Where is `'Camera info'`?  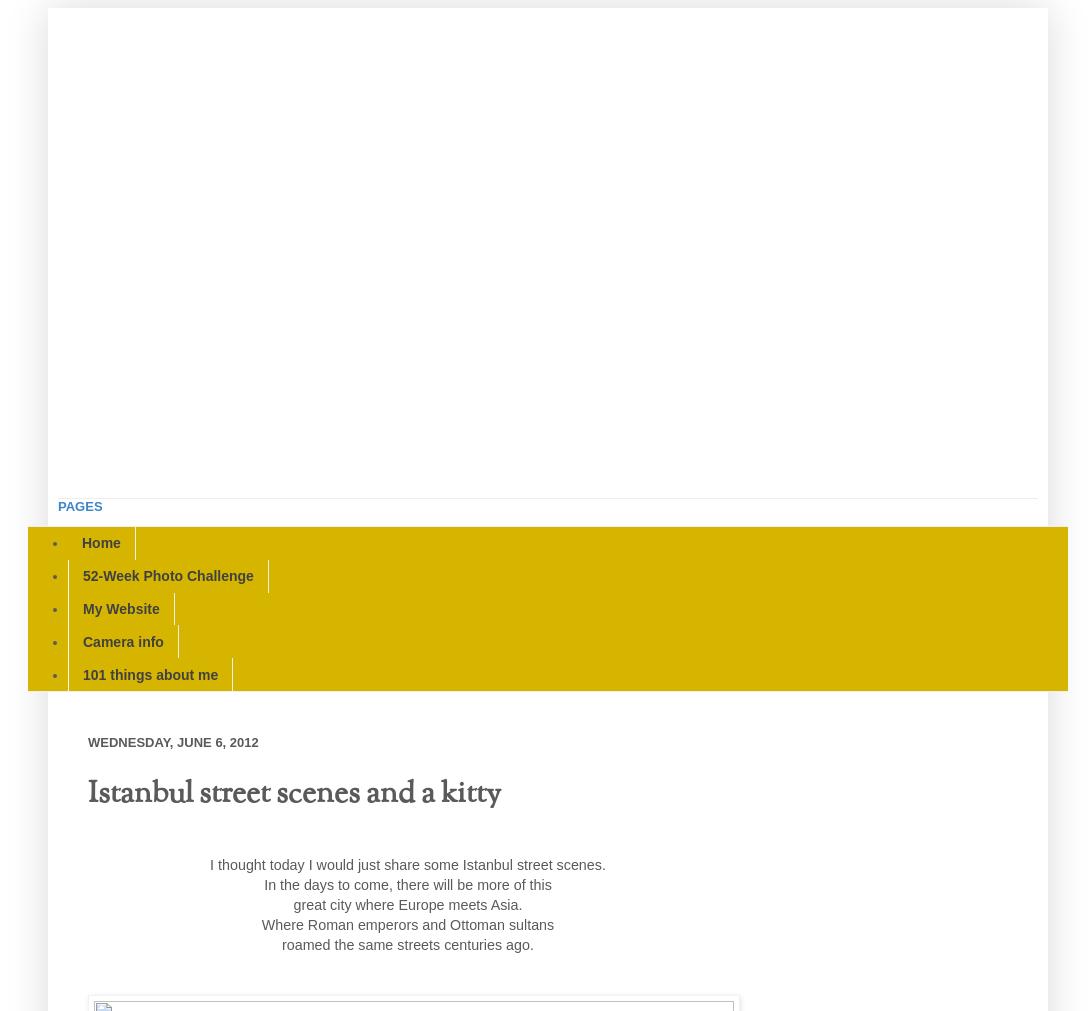 'Camera info' is located at coordinates (123, 640).